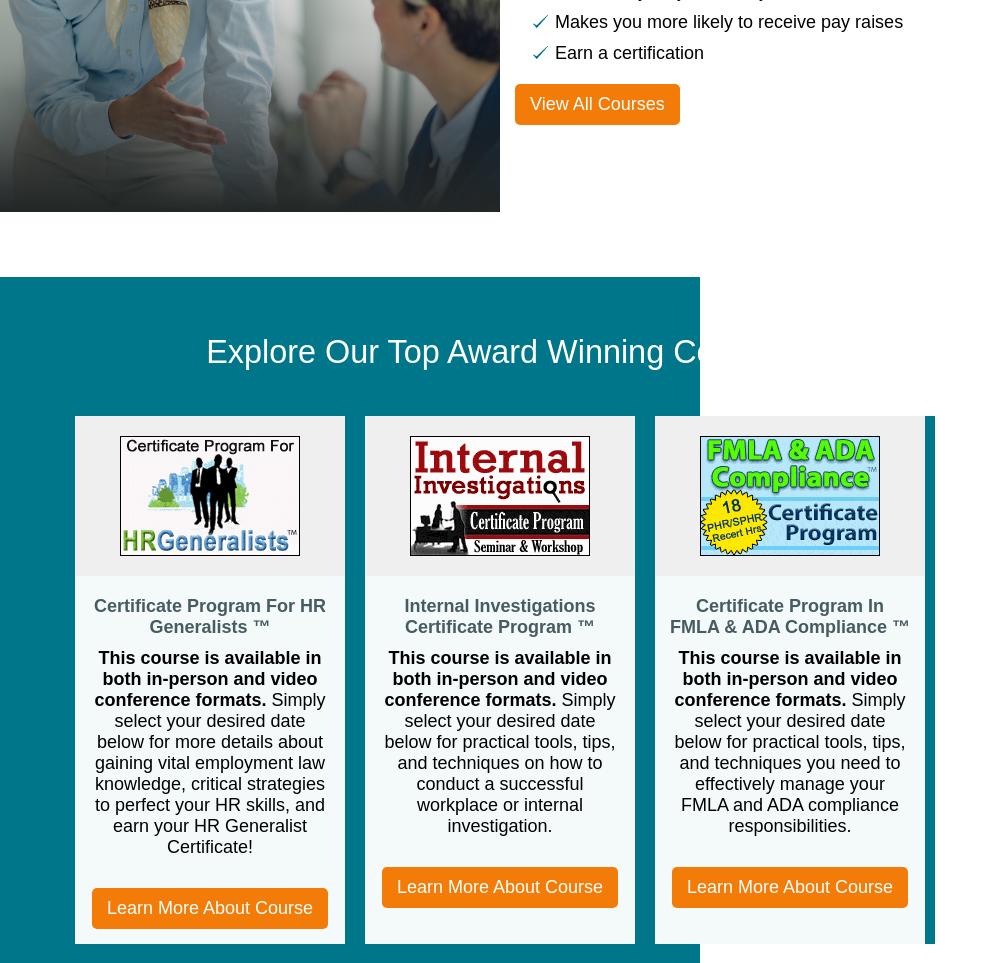 This screenshot has height=963, width=1000. What do you see at coordinates (208, 772) in the screenshot?
I see `'Simply select your desired date below for more details about gaining vital employment law knowledge, critical strategies to perfect your HR skills, and earn your HR Generalist Certificate!'` at bounding box center [208, 772].